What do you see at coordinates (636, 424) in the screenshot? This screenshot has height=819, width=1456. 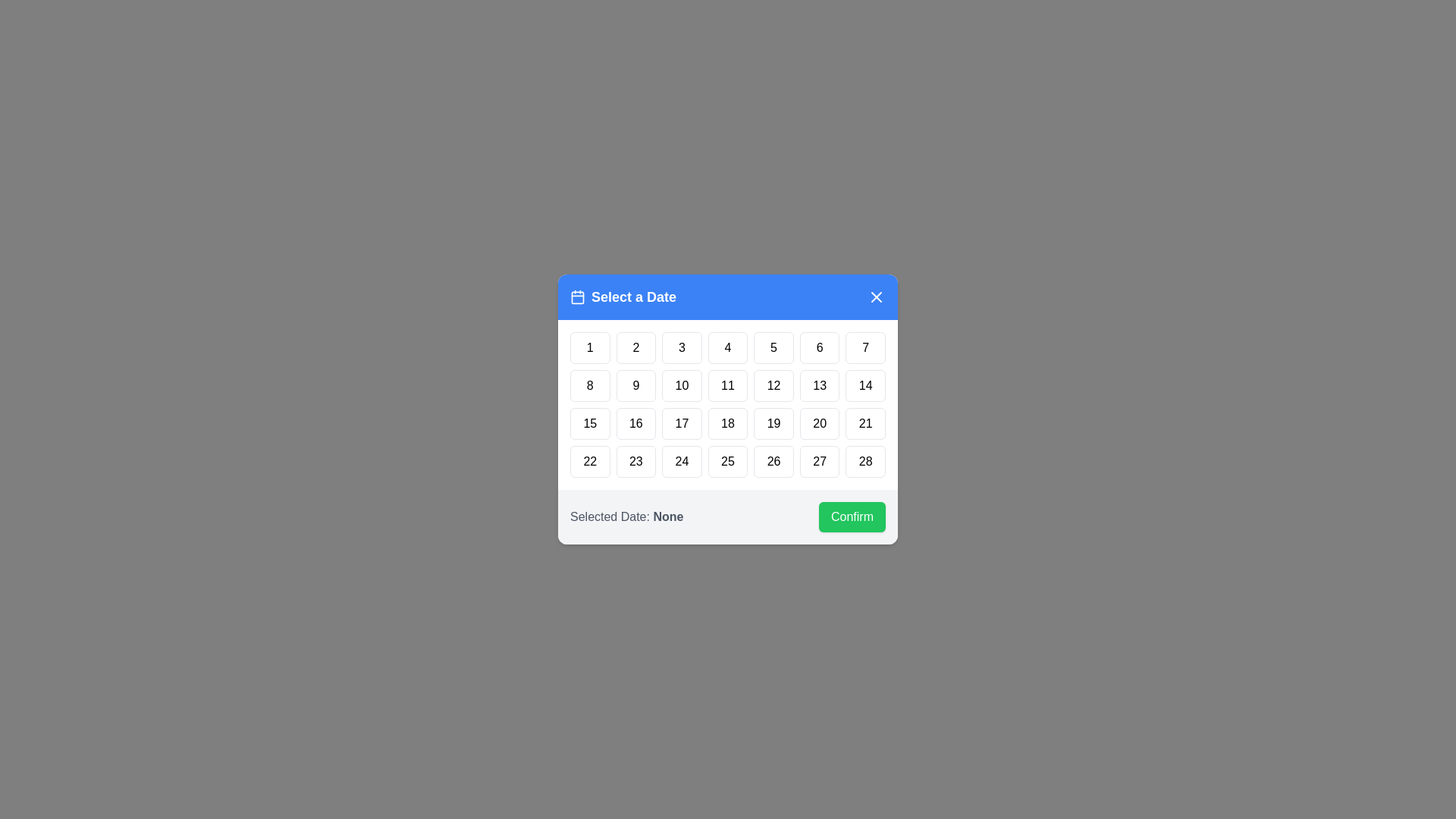 I see `the button representing the day 16 to select that date` at bounding box center [636, 424].